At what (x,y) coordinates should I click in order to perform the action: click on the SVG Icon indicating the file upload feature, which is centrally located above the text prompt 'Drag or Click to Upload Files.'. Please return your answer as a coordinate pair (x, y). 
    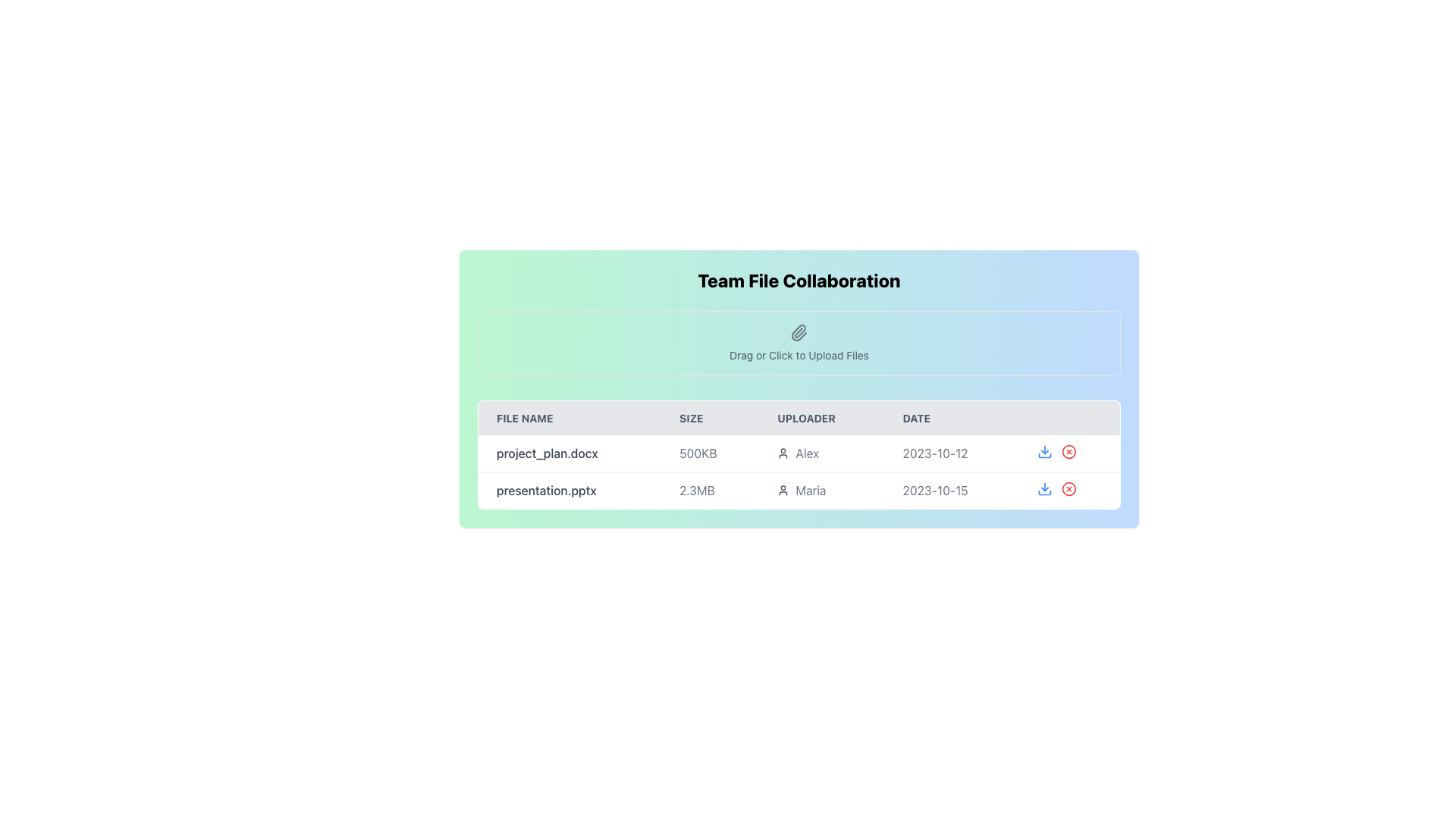
    Looking at the image, I should click on (799, 332).